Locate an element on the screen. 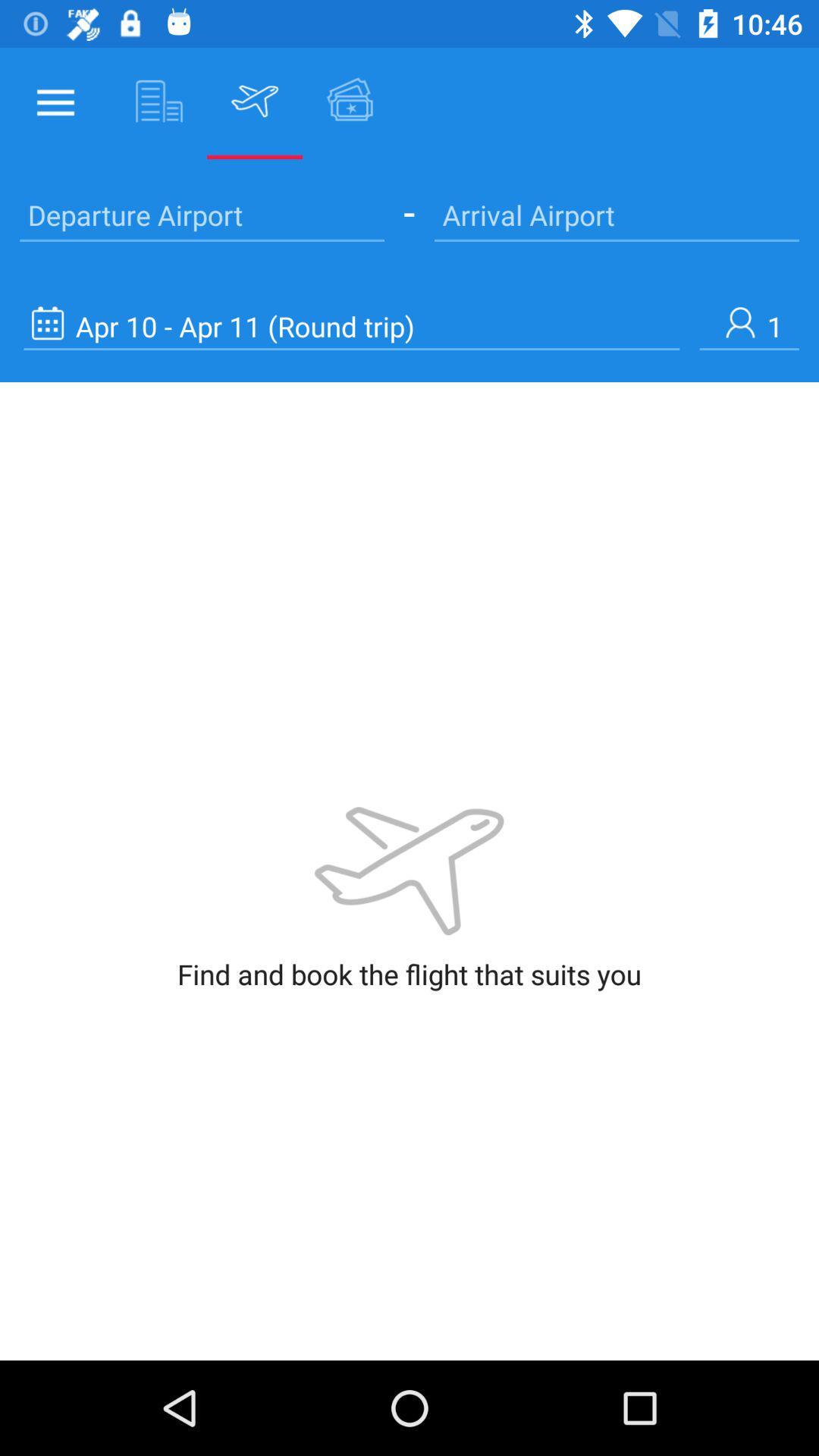  the image which is at center of the page is located at coordinates (409, 871).